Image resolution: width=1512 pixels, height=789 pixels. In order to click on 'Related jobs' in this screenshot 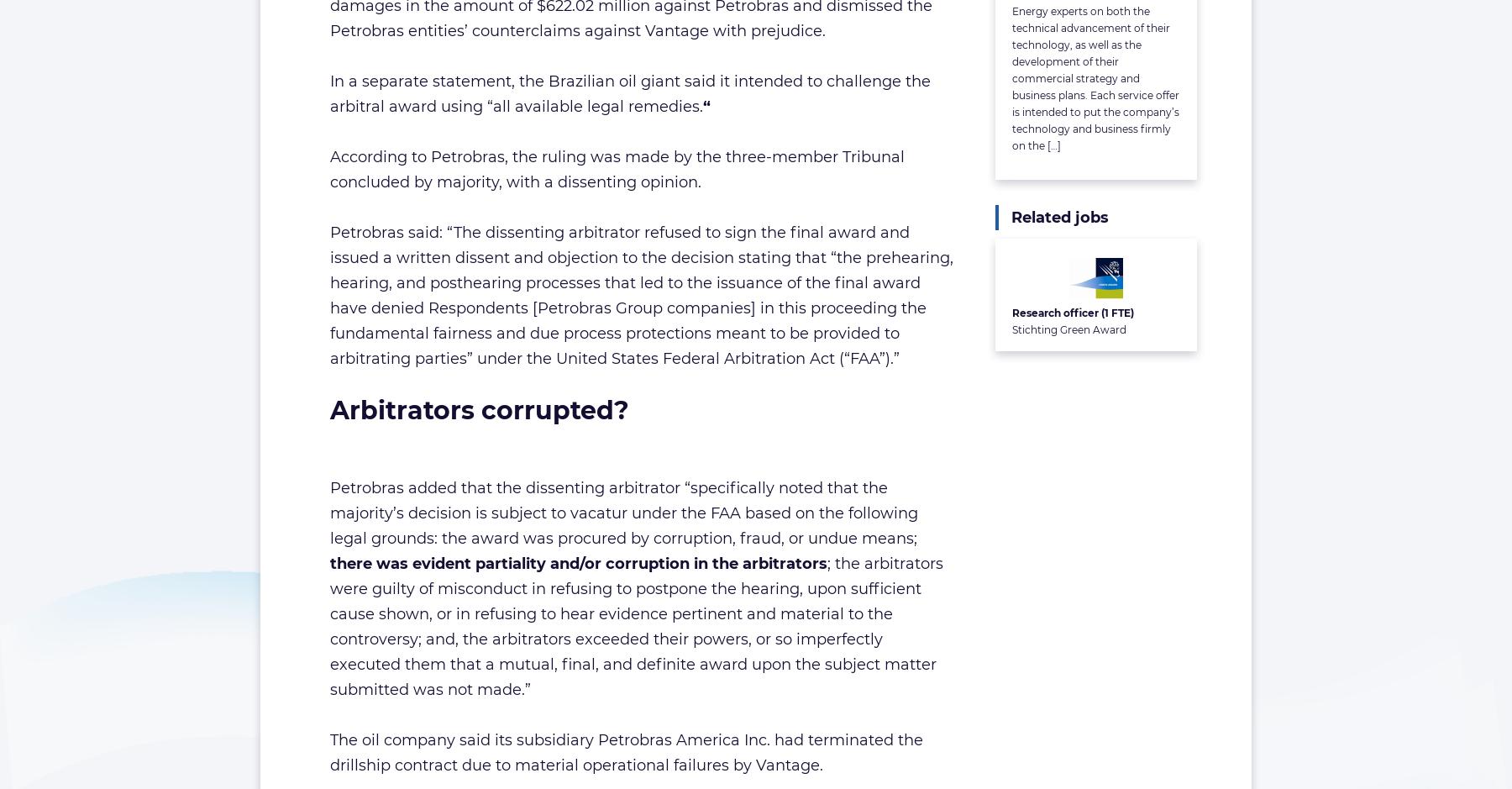, I will do `click(1059, 216)`.